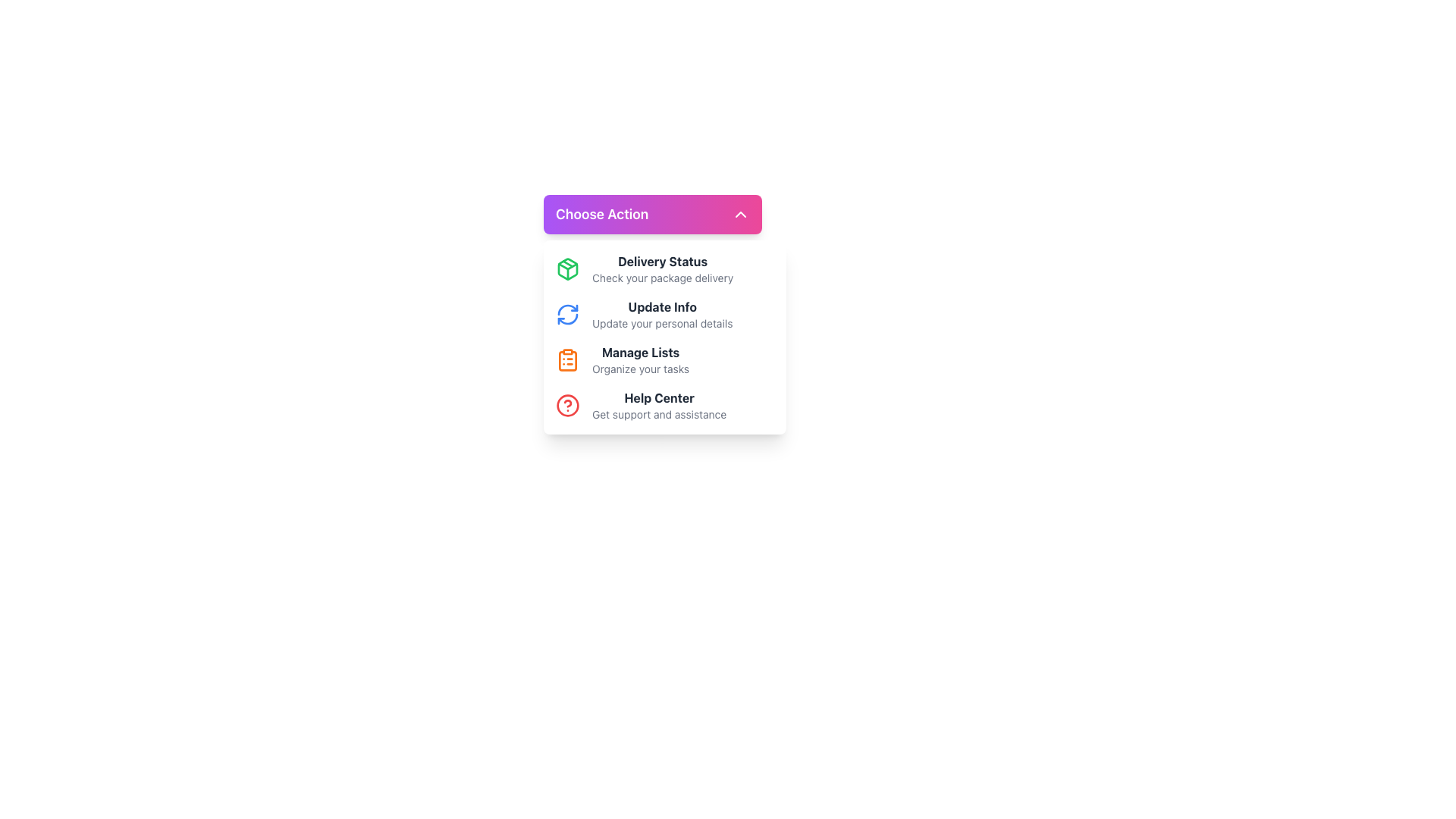  I want to click on informational text block titled 'Delivery Status' which provides a description about checking package delivery, located in the top section of the options list to the right of the green package icon, so click(663, 268).